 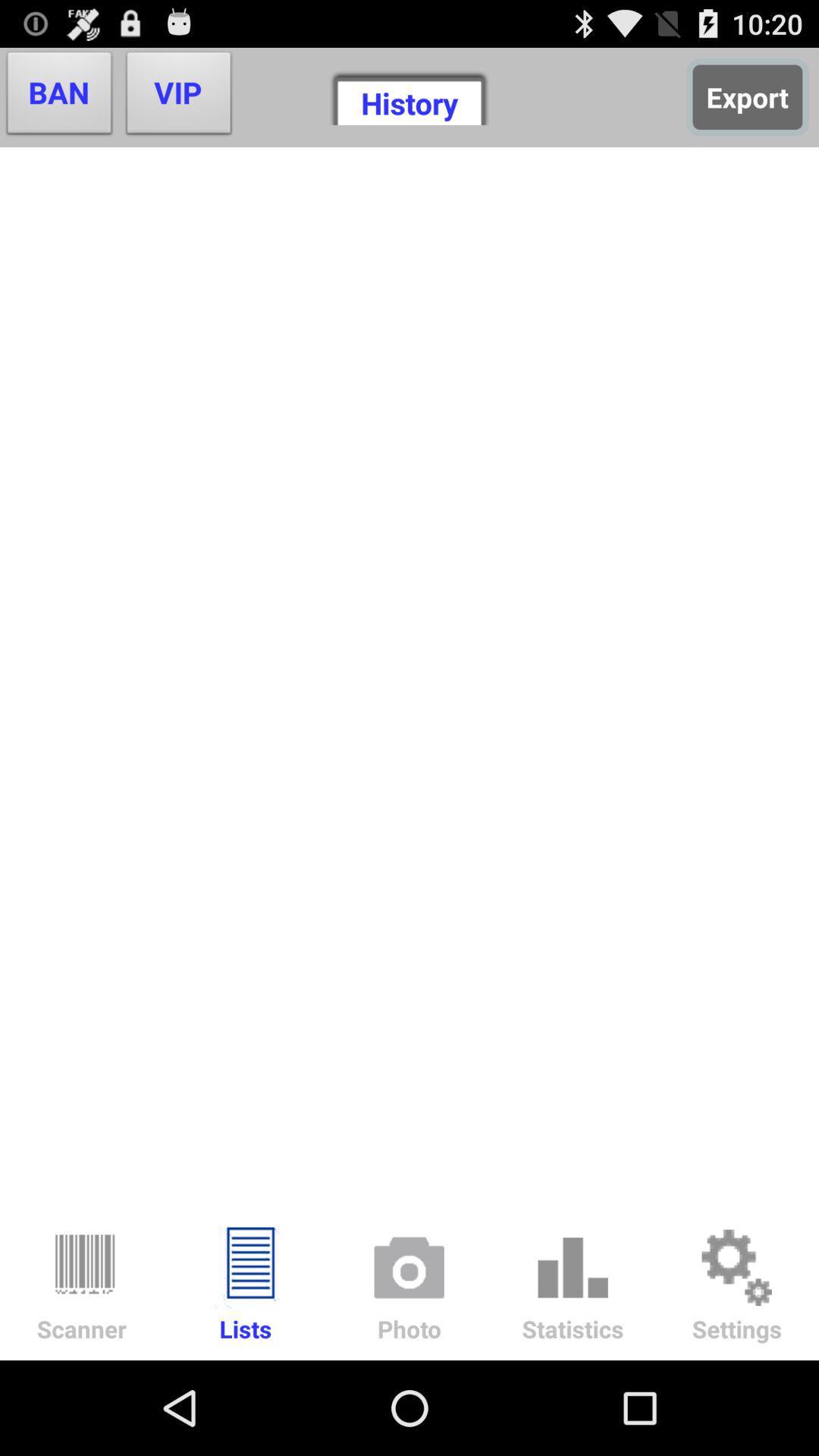 What do you see at coordinates (58, 96) in the screenshot?
I see `button to the left of the vip item` at bounding box center [58, 96].